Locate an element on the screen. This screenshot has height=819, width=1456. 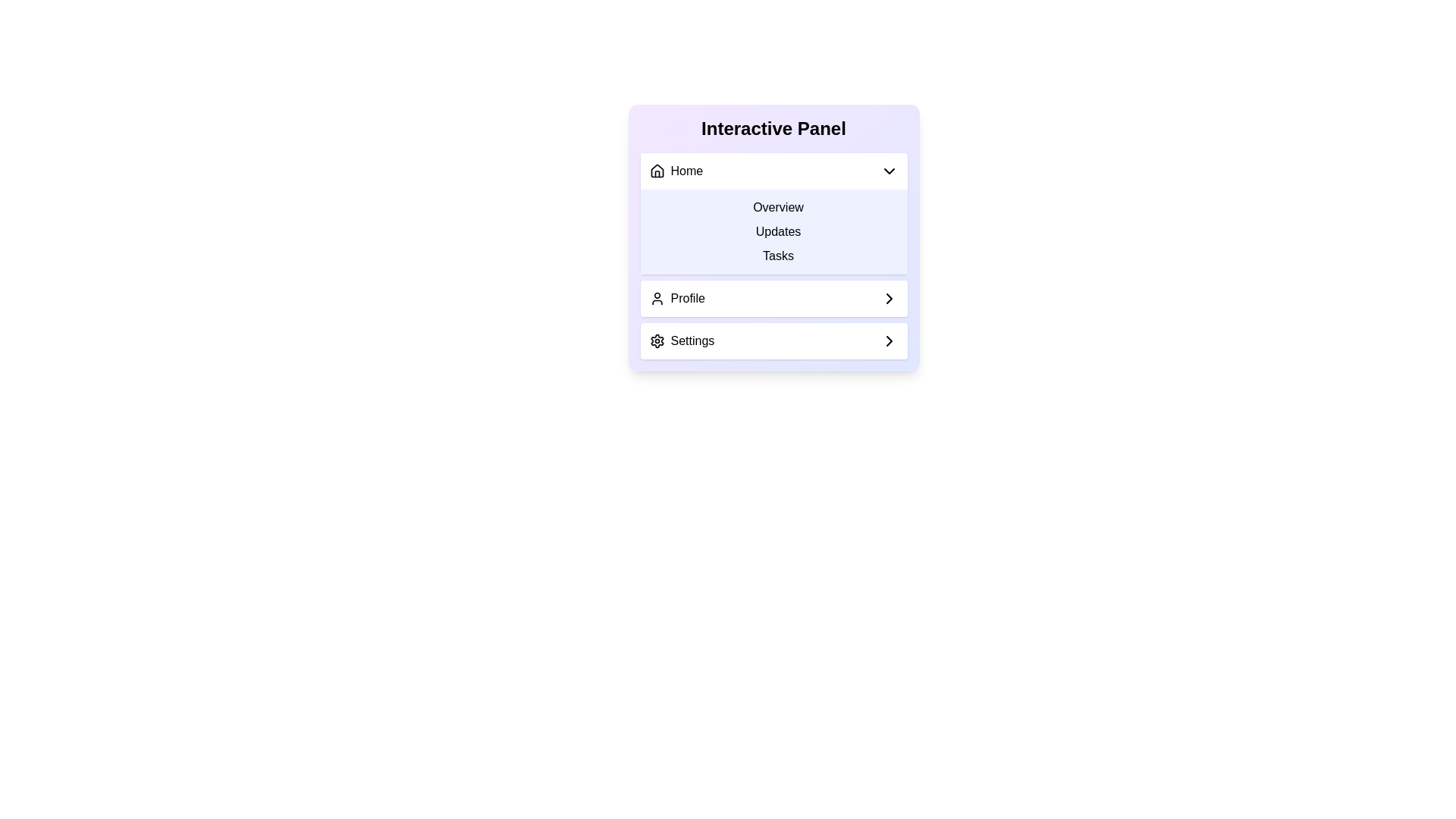
the 'Profile' menu option item, which features a user icon next to the text 'Profile', located in the Interactive Panel between 'Home' and 'Settings' is located at coordinates (676, 298).